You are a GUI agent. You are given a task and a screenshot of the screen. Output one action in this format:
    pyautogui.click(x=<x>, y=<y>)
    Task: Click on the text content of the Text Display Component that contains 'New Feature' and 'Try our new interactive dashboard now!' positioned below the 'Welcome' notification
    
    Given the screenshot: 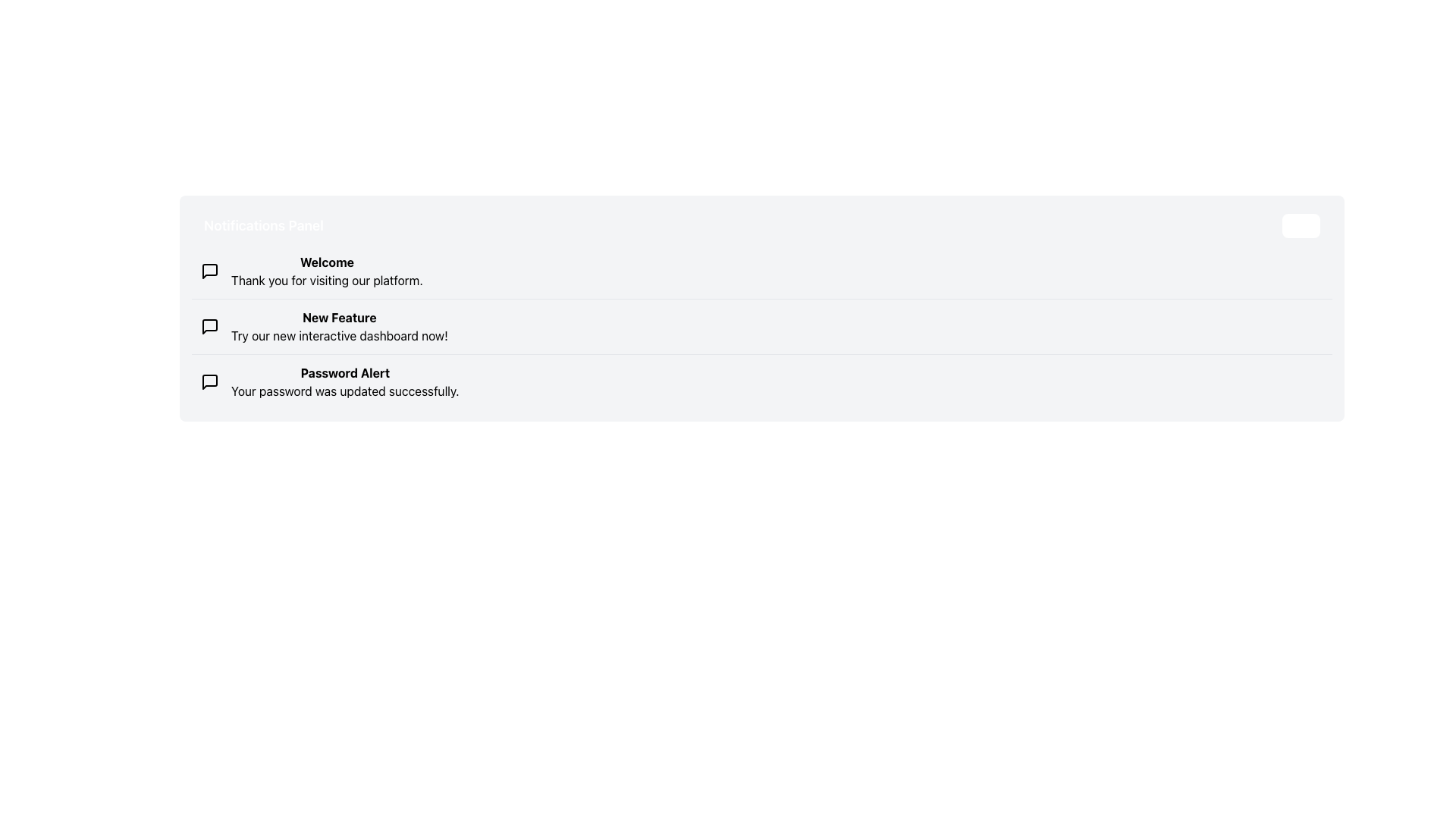 What is the action you would take?
    pyautogui.click(x=338, y=326)
    